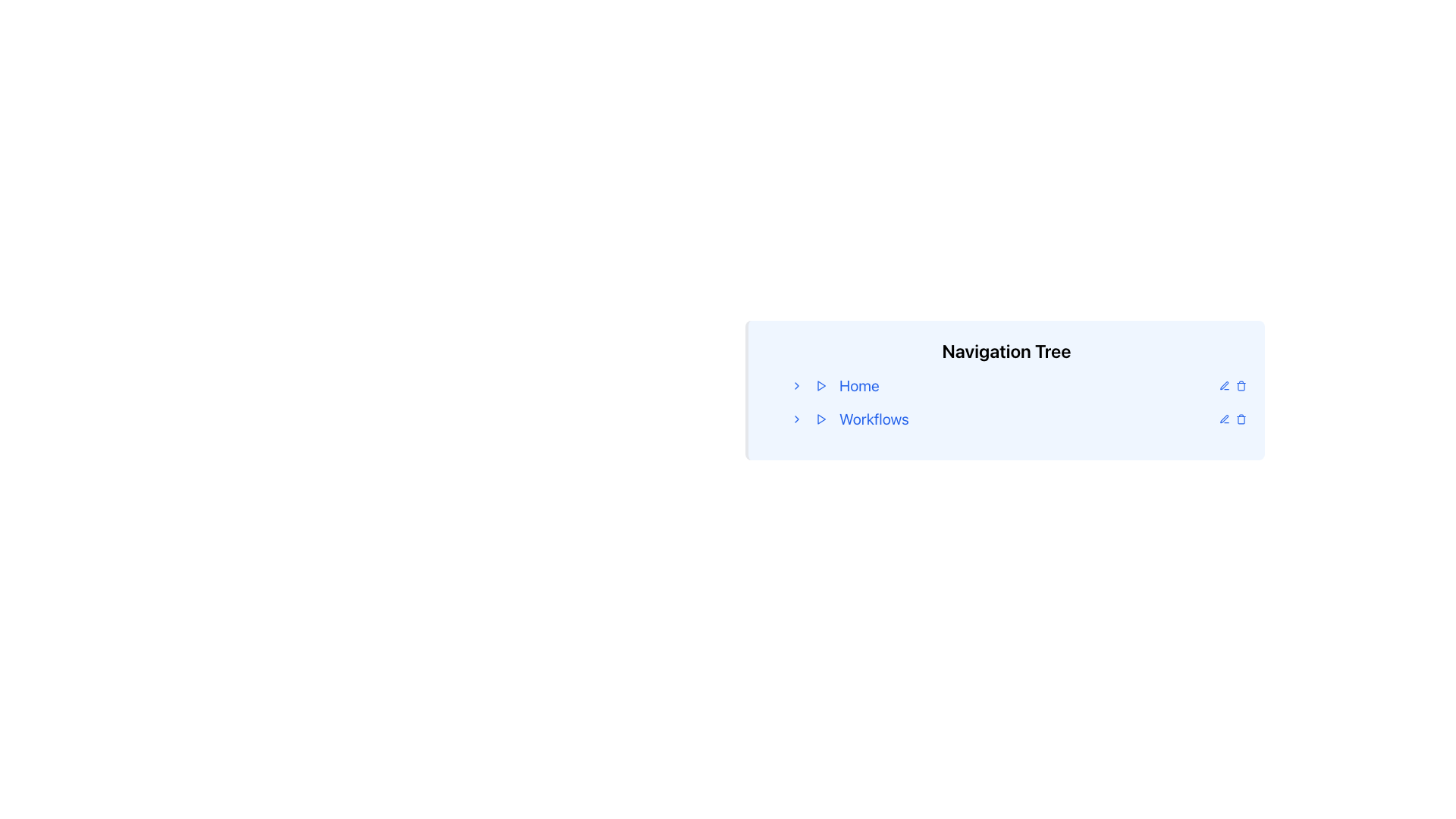  Describe the element at coordinates (821, 419) in the screenshot. I see `the interactive icon in the navigation tree under the 'Workflows' section` at that location.